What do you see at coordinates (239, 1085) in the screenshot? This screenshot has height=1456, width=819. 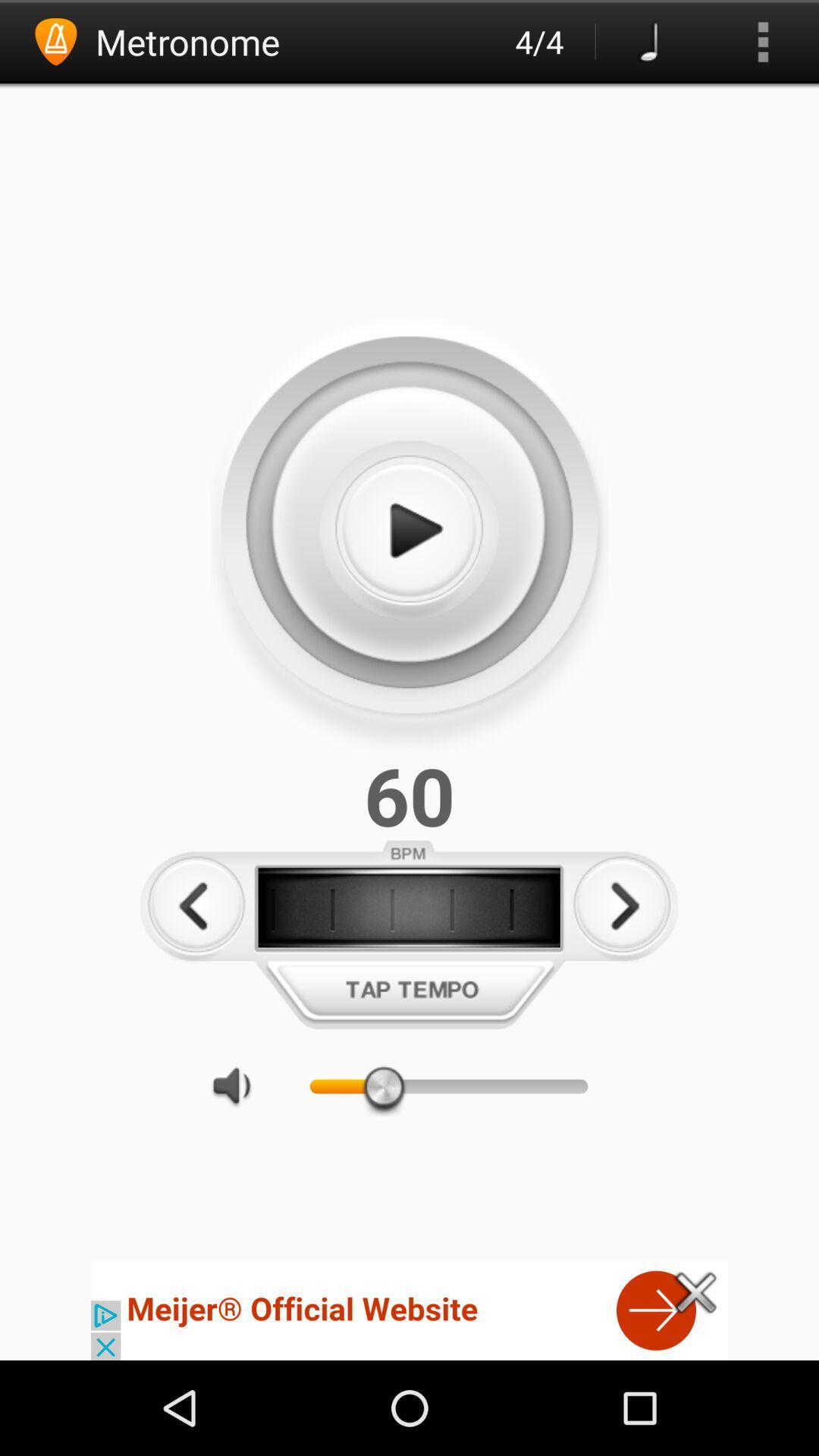 I see `mute` at bounding box center [239, 1085].